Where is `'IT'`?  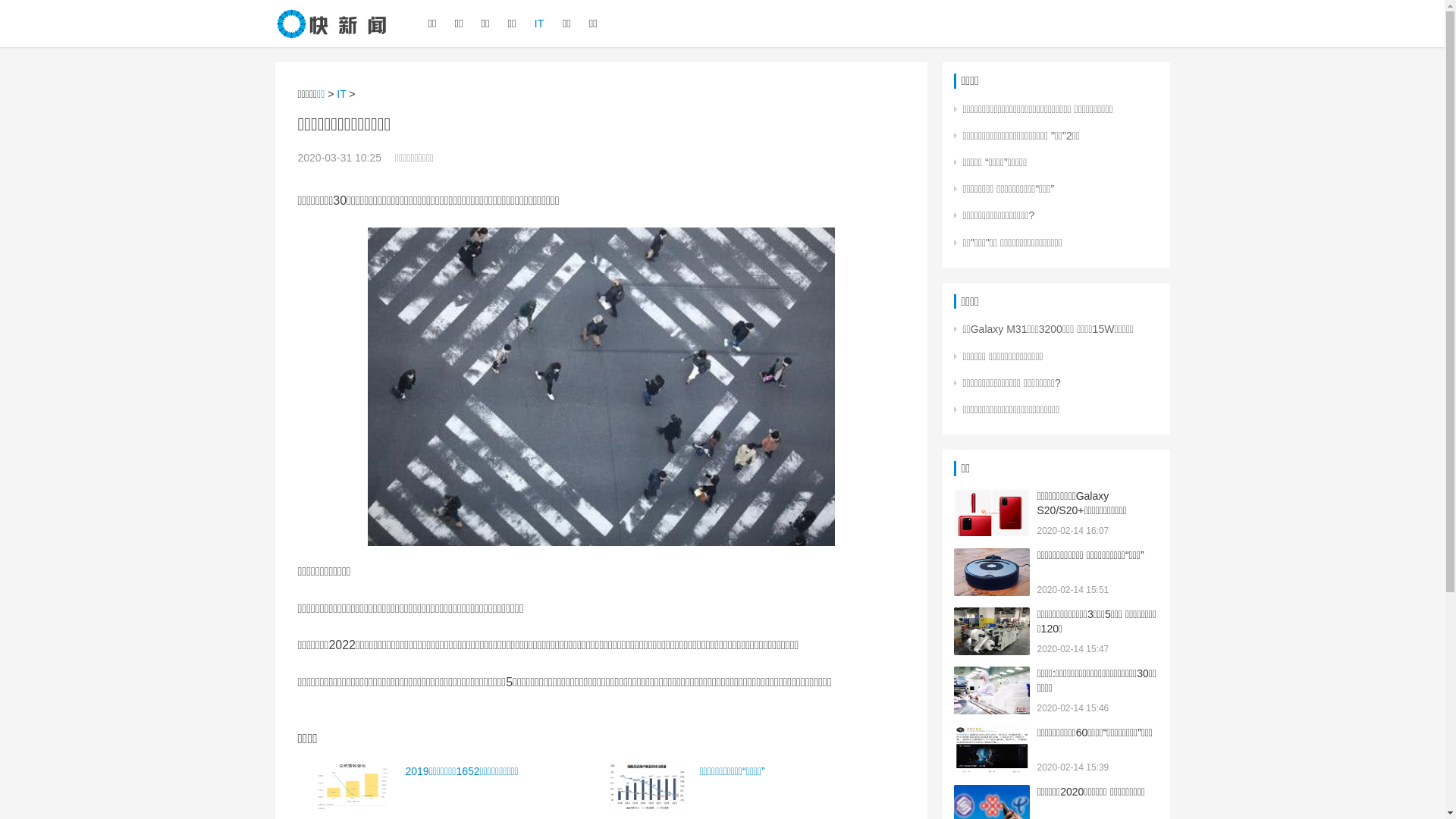 'IT' is located at coordinates (524, 23).